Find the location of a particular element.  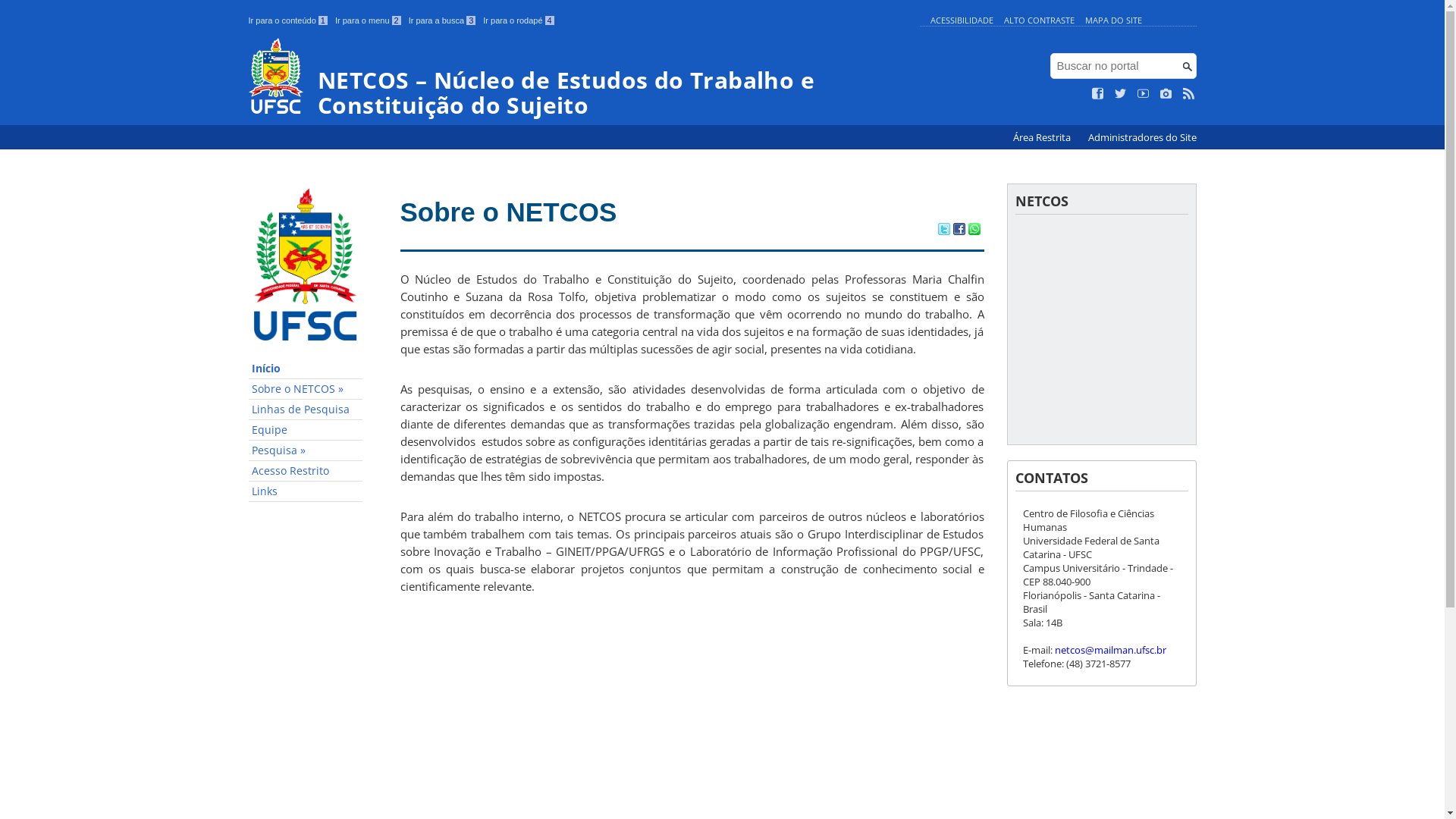

'Compartilhar no Facebook' is located at coordinates (957, 231).